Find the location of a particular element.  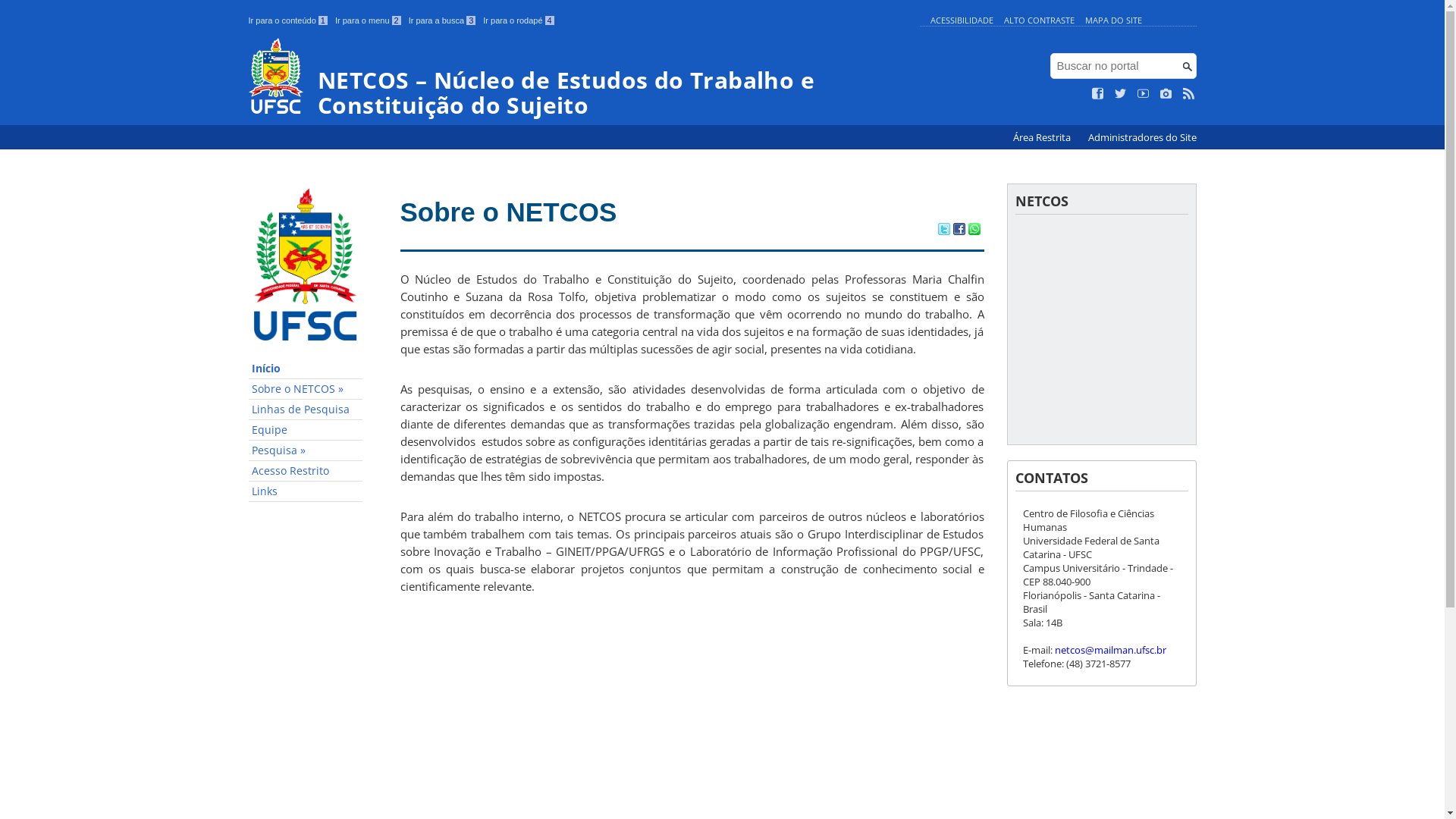

'Compartilhar no Facebook' is located at coordinates (957, 231).